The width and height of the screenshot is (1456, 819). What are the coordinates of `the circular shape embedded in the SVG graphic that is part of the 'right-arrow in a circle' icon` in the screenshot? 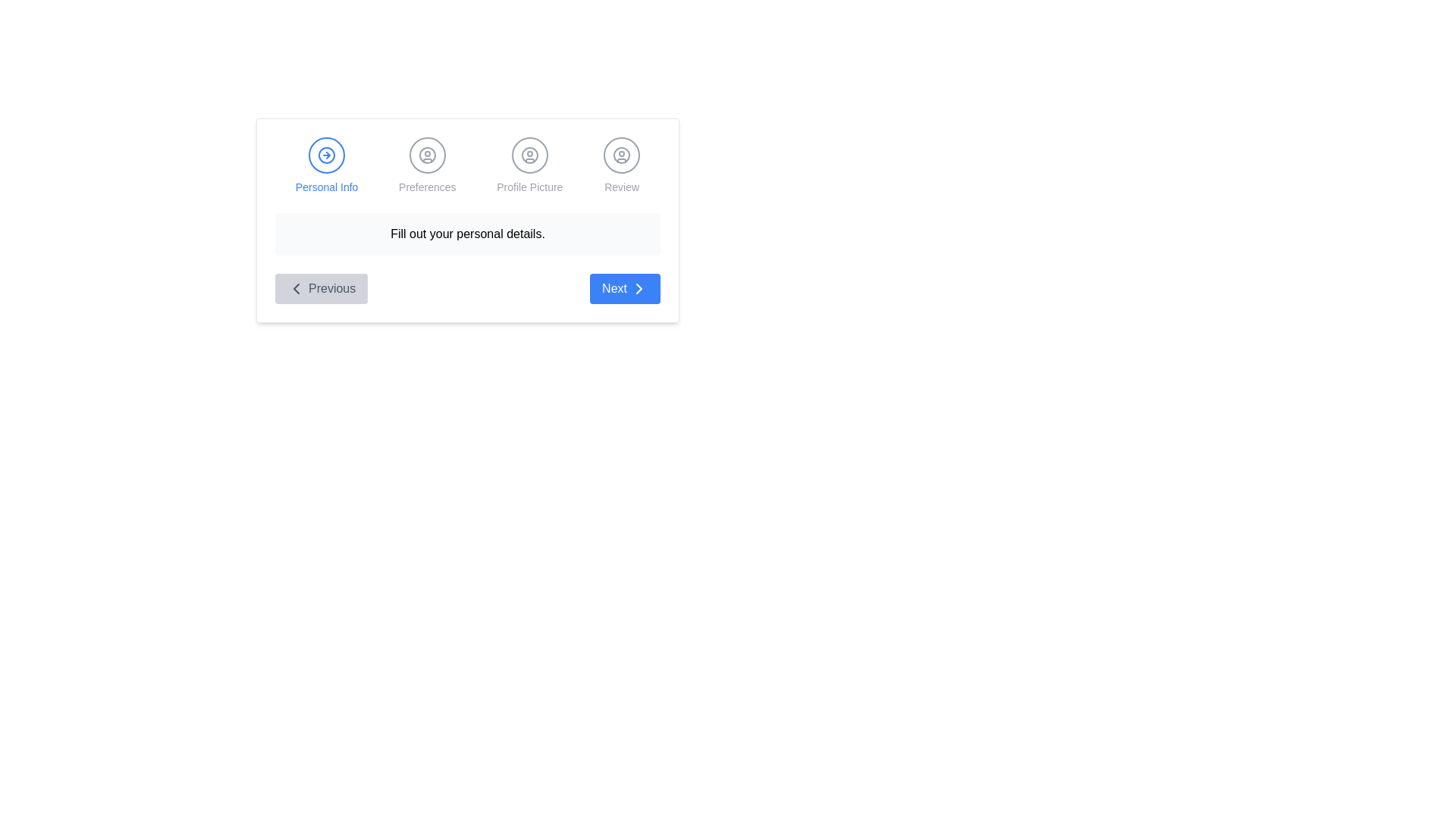 It's located at (326, 155).